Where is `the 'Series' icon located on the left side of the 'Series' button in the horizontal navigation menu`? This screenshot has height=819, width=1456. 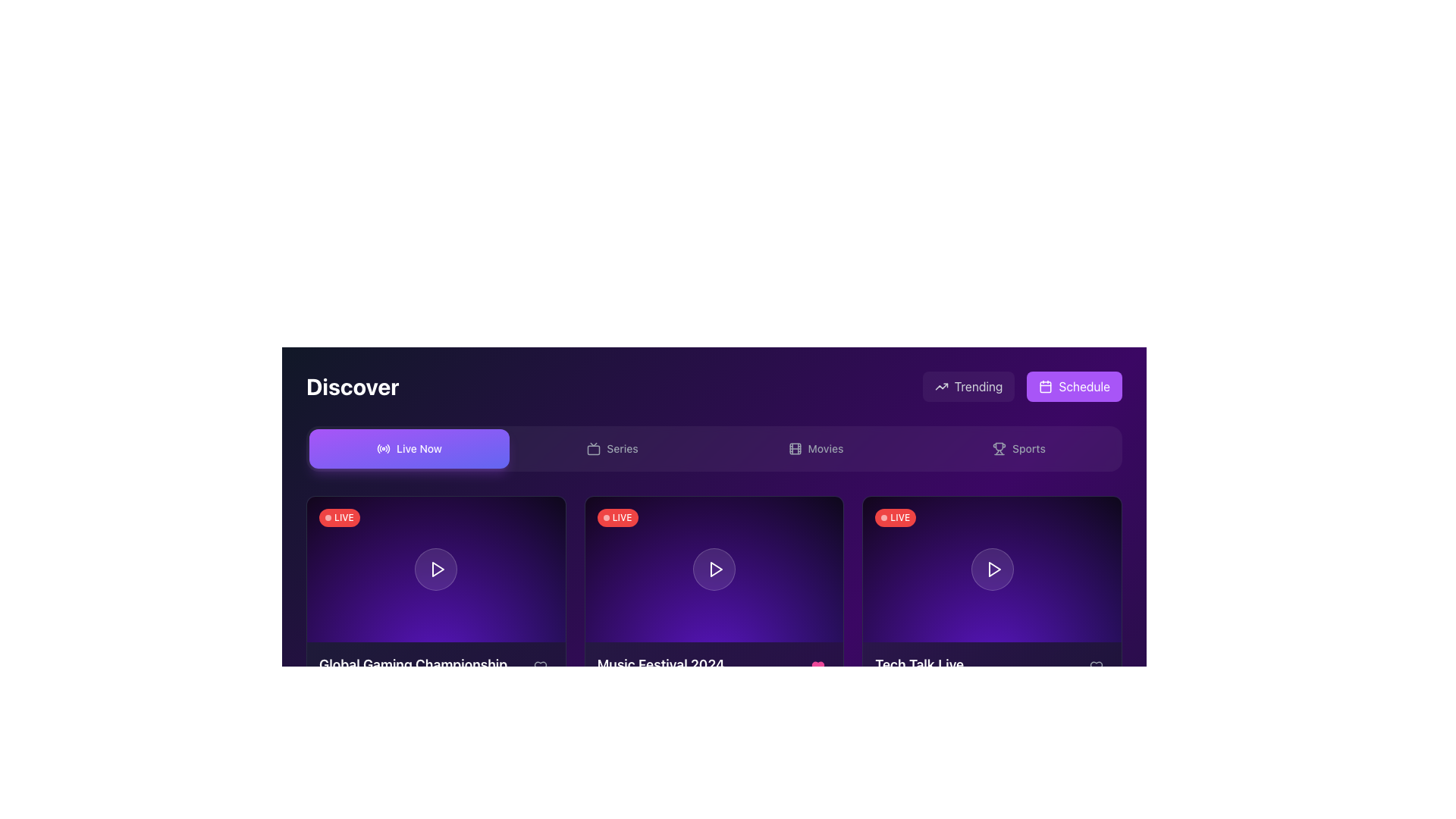 the 'Series' icon located on the left side of the 'Series' button in the horizontal navigation menu is located at coordinates (593, 447).